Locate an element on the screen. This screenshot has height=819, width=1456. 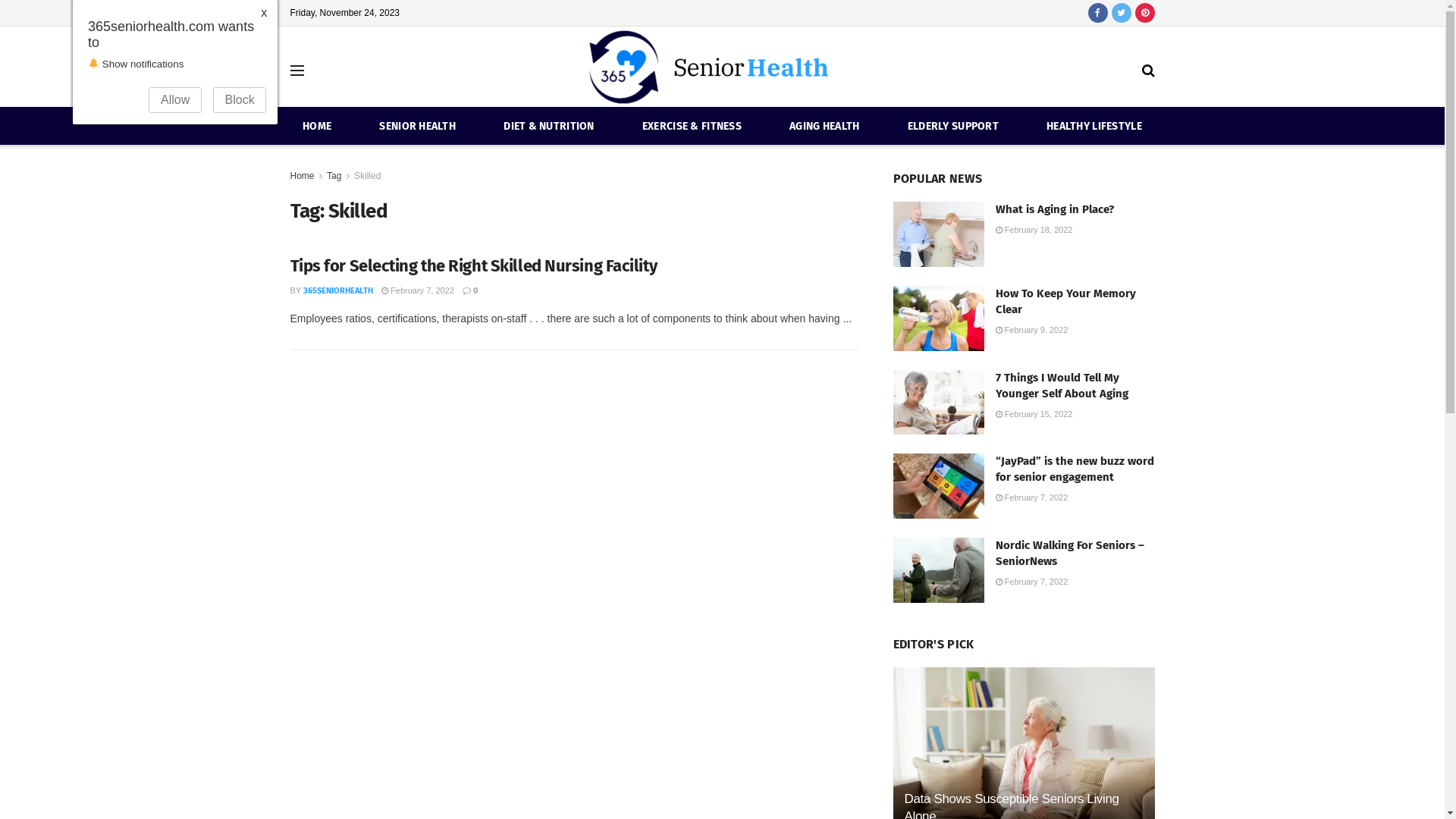
'0' is located at coordinates (469, 290).